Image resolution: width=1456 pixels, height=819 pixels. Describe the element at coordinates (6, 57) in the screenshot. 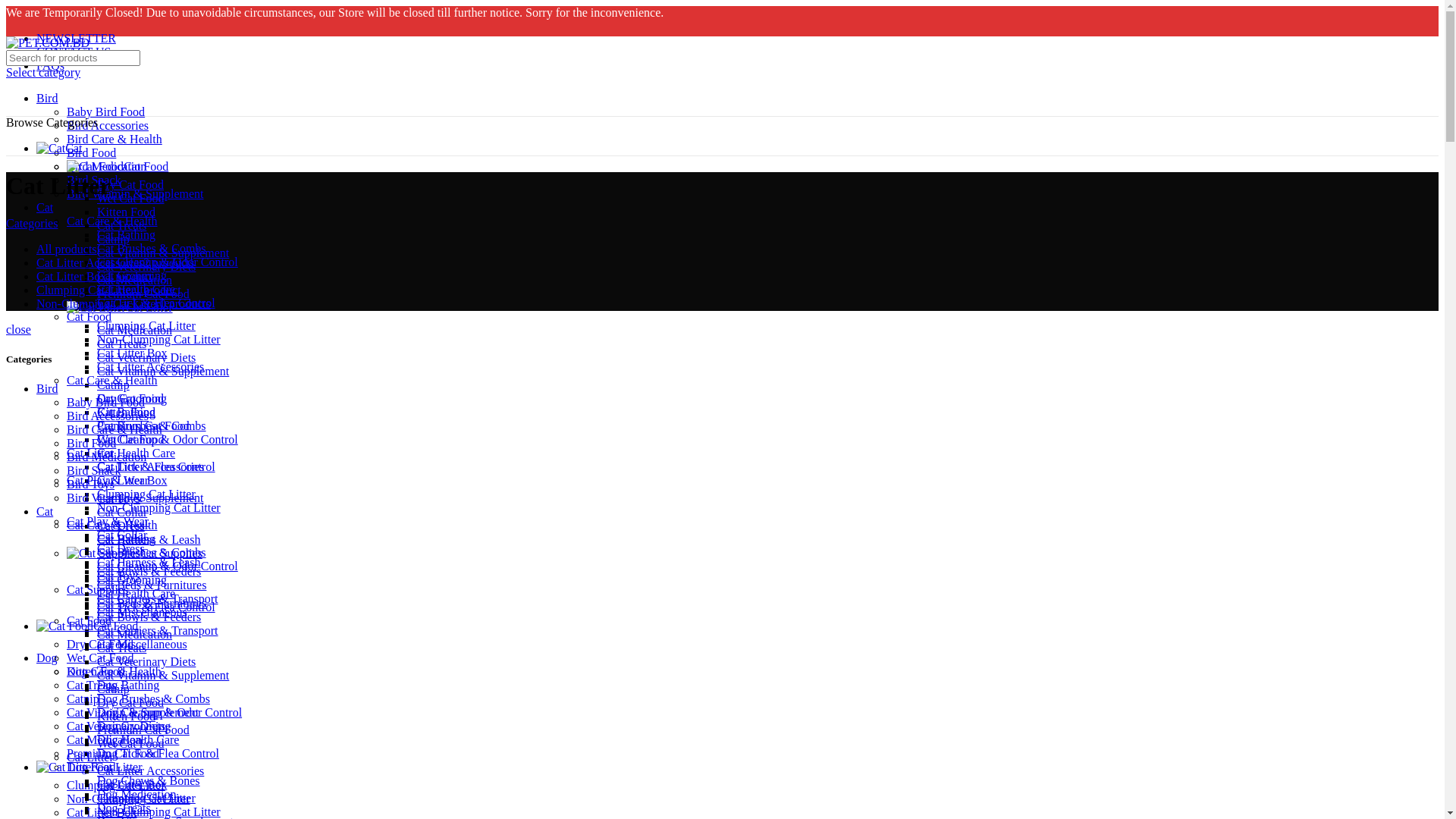

I see `'Search for products'` at that location.